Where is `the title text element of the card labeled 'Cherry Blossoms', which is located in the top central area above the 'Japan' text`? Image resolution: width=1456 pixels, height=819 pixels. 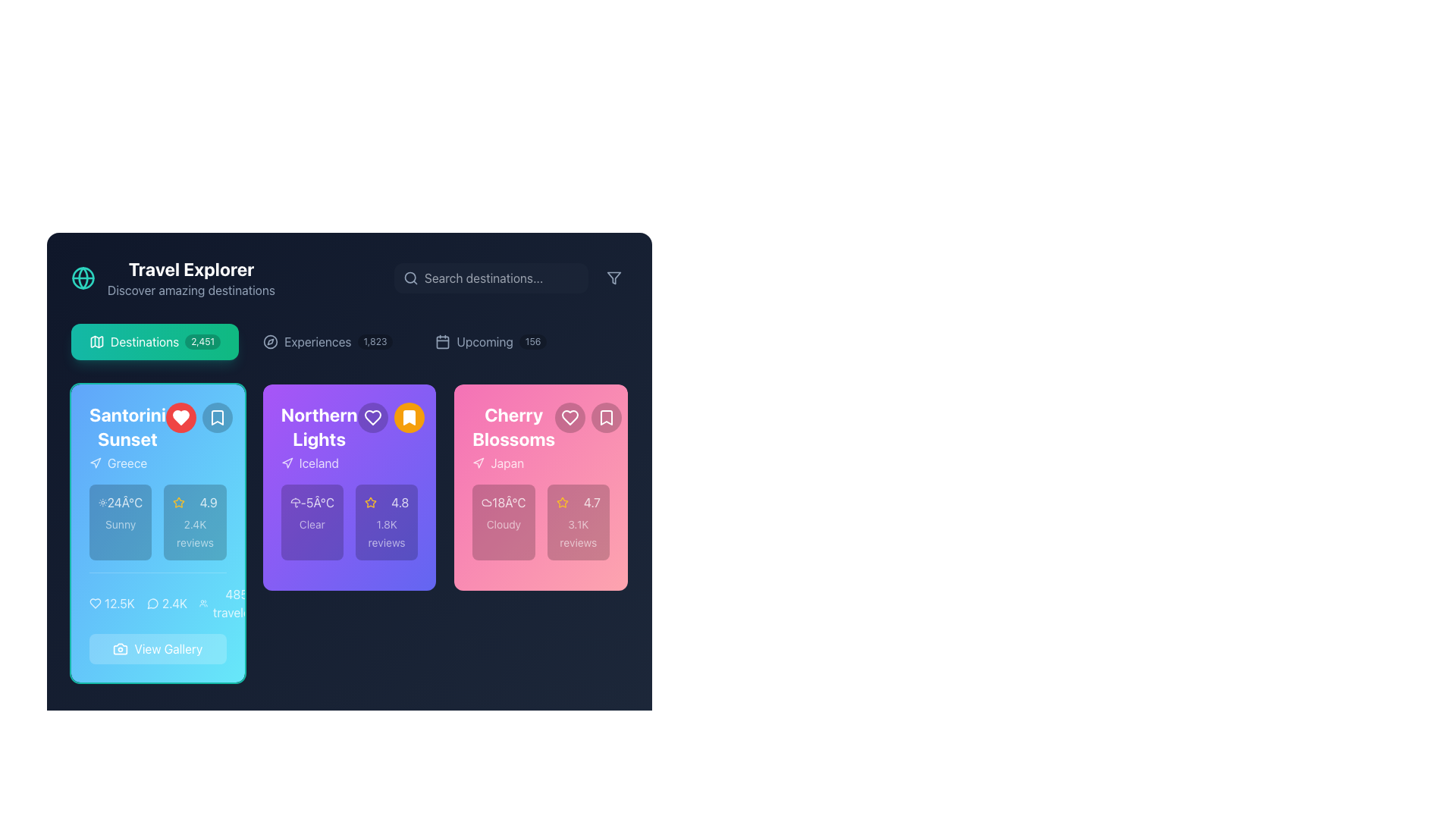
the title text element of the card labeled 'Cherry Blossoms', which is located in the top central area above the 'Japan' text is located at coordinates (513, 427).